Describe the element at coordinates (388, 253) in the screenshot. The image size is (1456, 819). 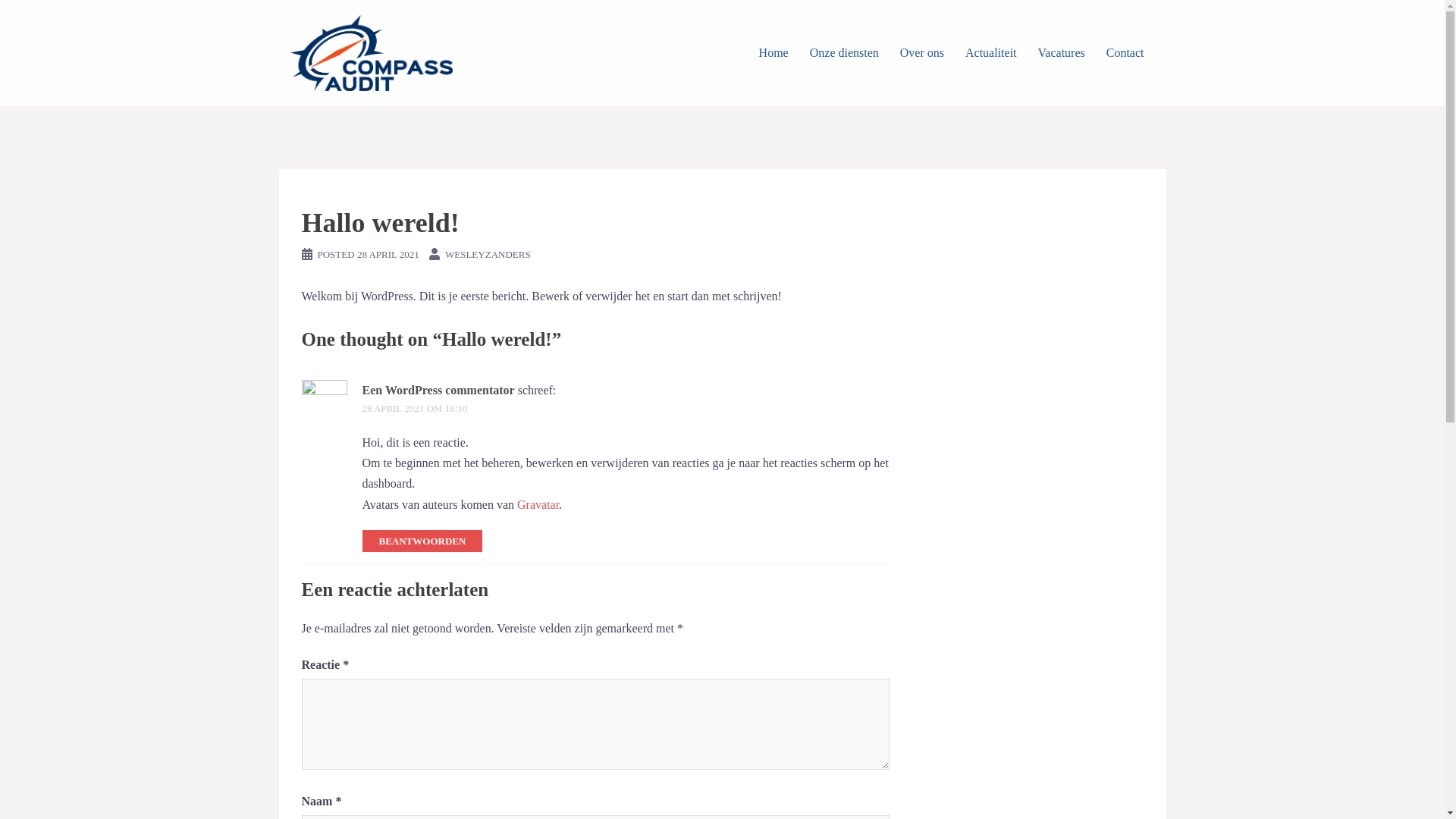
I see `'28 APRIL 2021'` at that location.